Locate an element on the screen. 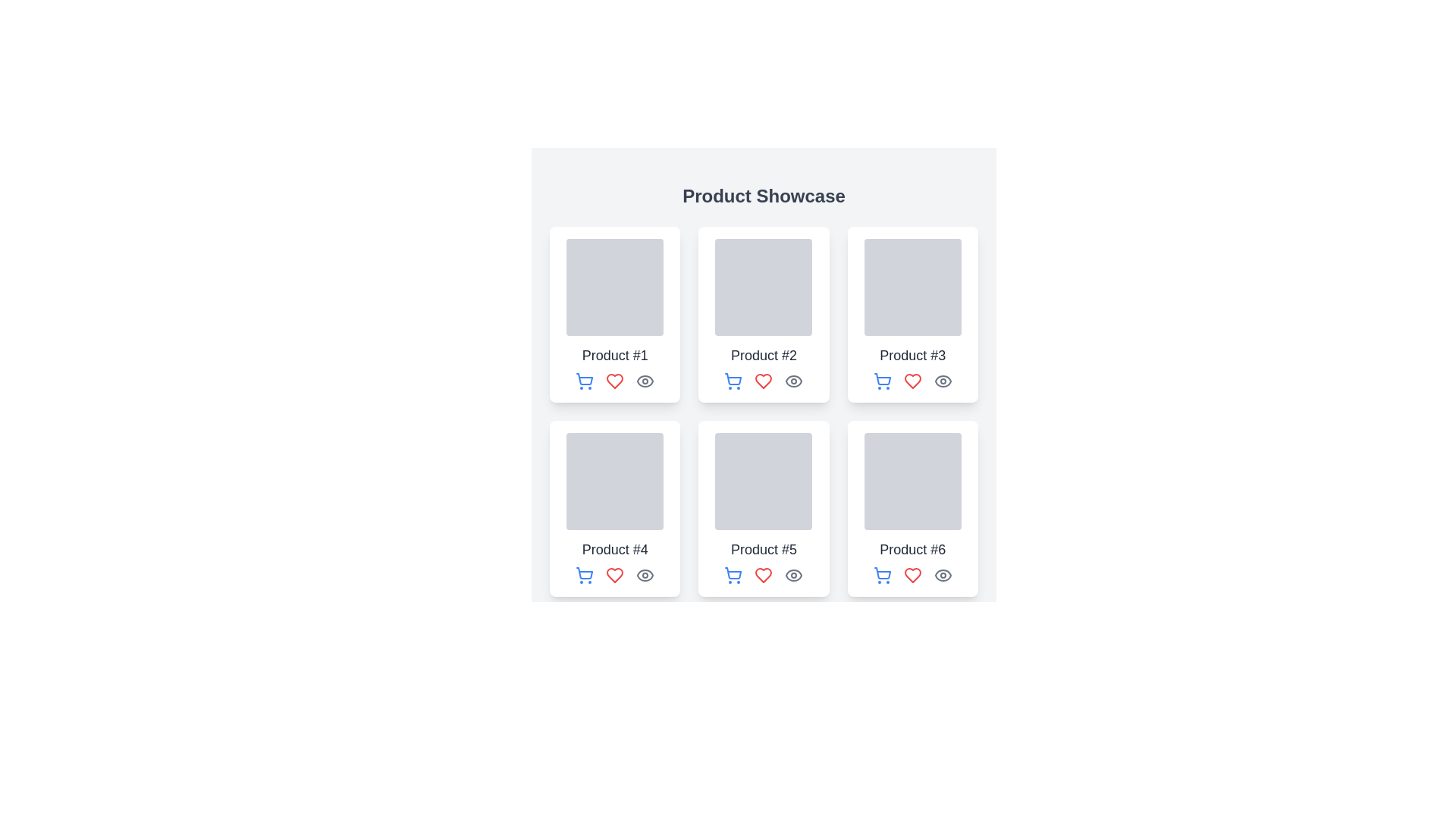 The image size is (1456, 819). text content of the label located in the third product card in the top row of the product showcase grid, which is positioned below the image placeholder and above the row of icons is located at coordinates (912, 356).